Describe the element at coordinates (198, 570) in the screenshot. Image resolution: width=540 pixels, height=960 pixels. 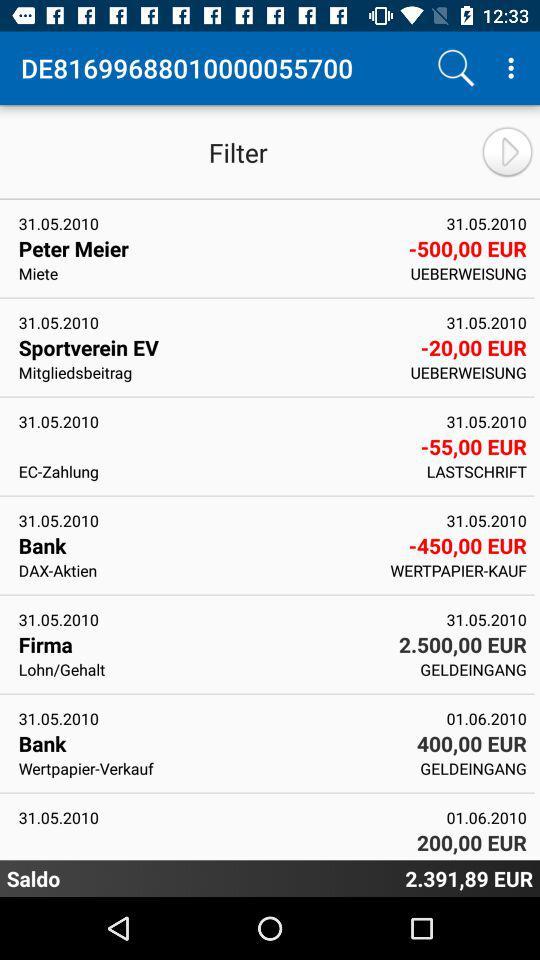
I see `the icon to the left of wertpapier-kauf icon` at that location.